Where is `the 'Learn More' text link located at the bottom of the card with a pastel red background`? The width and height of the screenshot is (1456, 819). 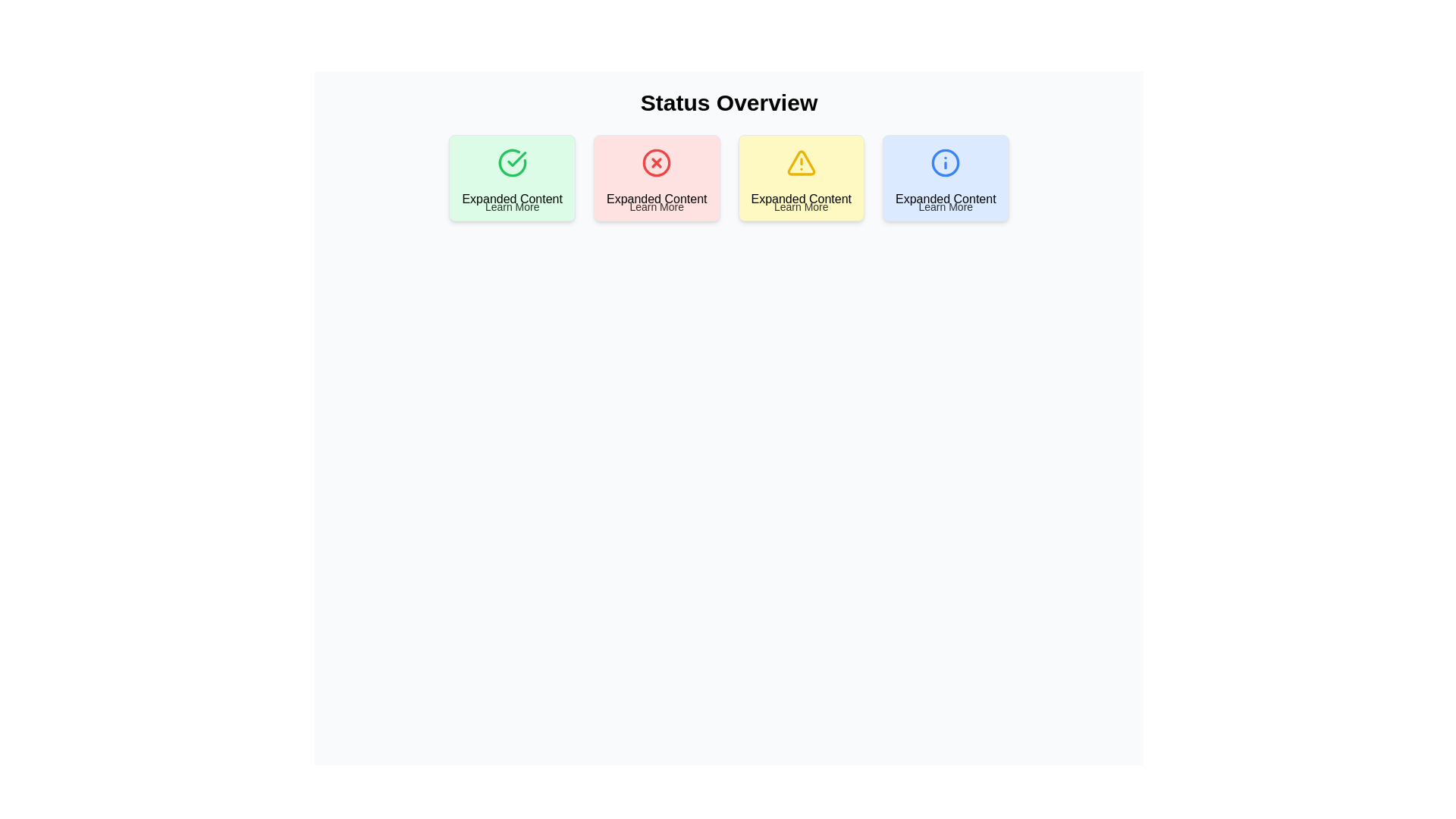 the 'Learn More' text link located at the bottom of the card with a pastel red background is located at coordinates (656, 207).